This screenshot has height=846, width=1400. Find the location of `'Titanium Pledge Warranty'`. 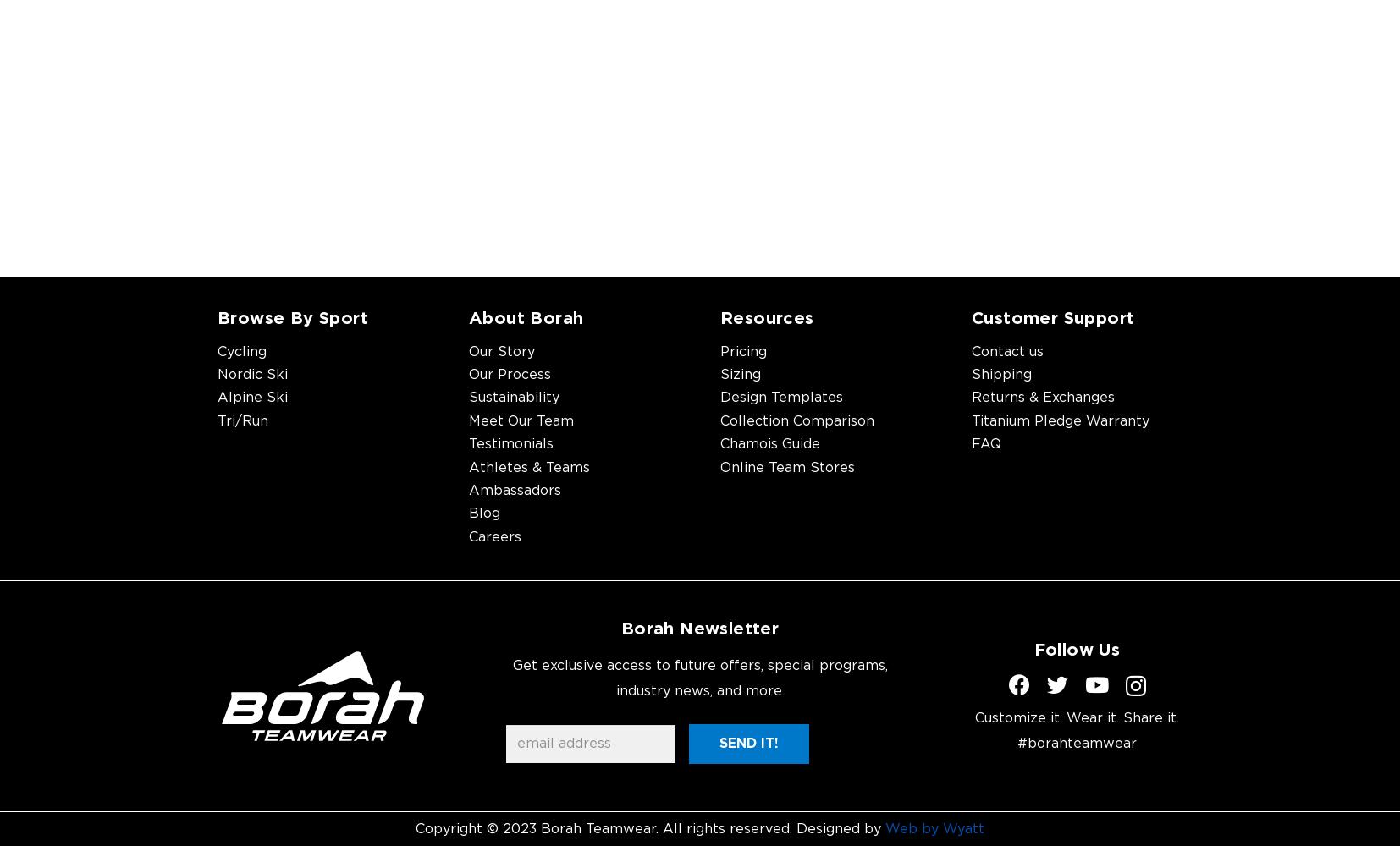

'Titanium Pledge Warranty' is located at coordinates (1061, 420).